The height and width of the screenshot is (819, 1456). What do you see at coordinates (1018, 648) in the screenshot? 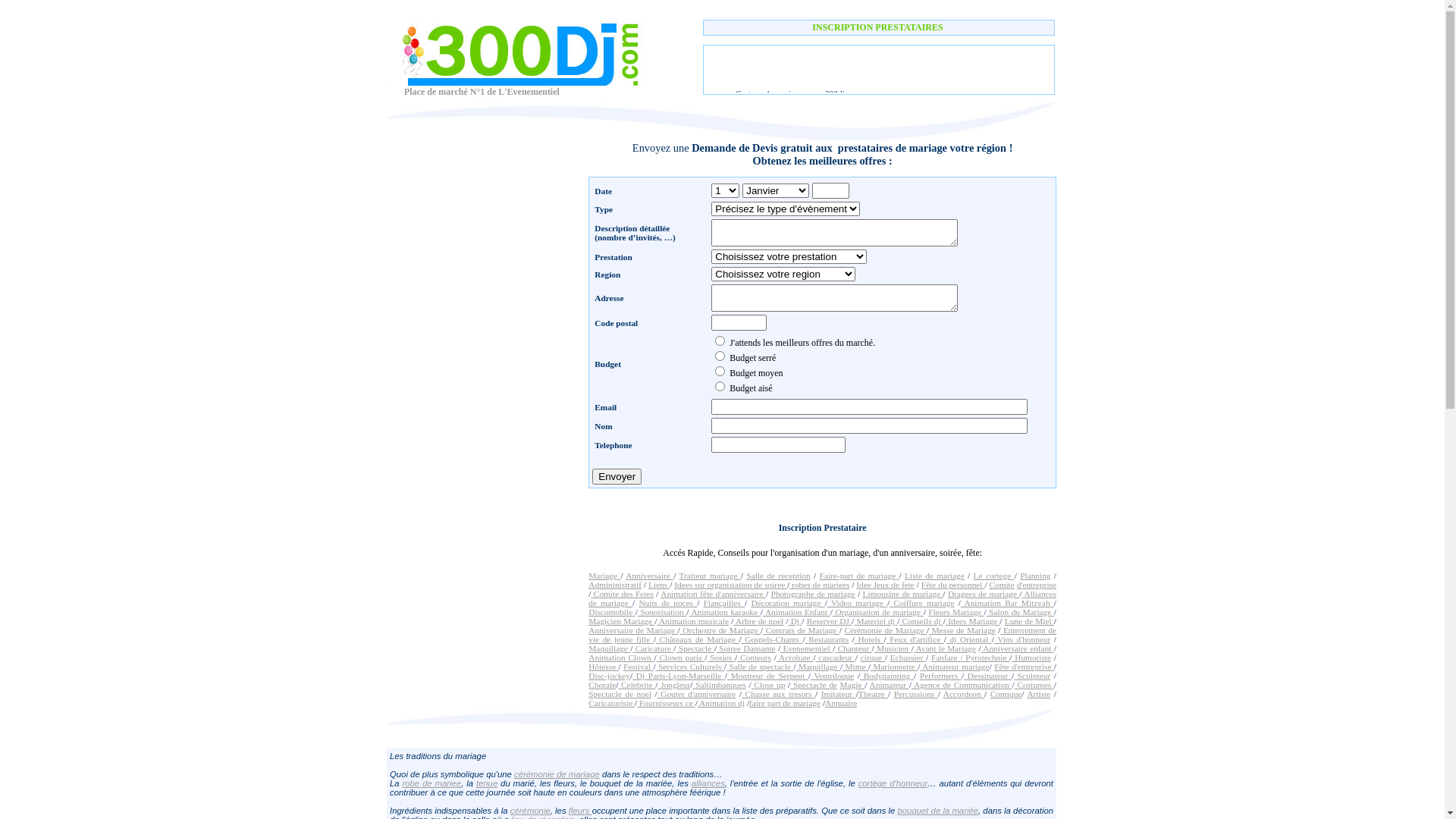
I see `'Anniversaire enfant'` at bounding box center [1018, 648].